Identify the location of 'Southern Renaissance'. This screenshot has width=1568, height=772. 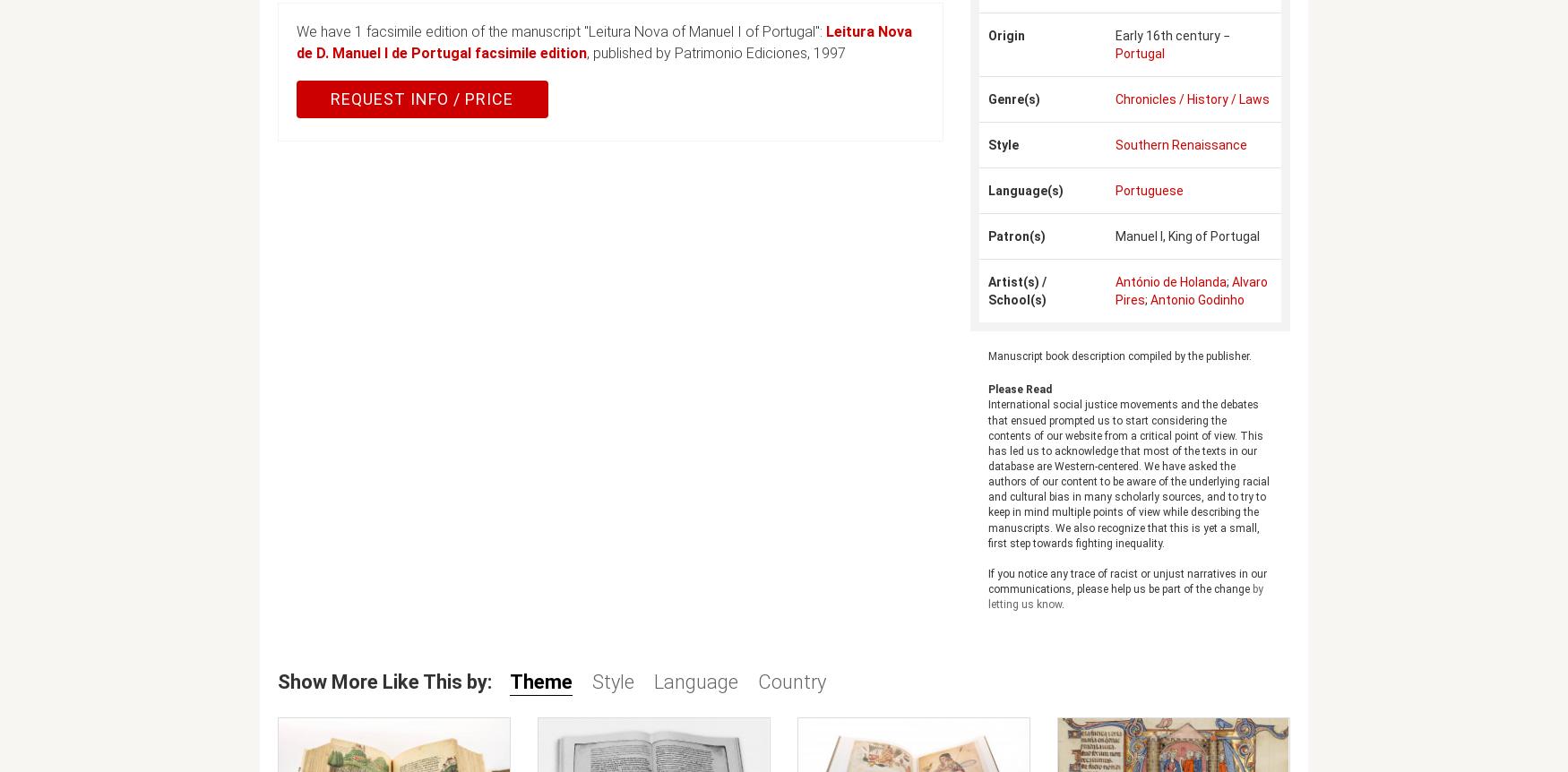
(1115, 144).